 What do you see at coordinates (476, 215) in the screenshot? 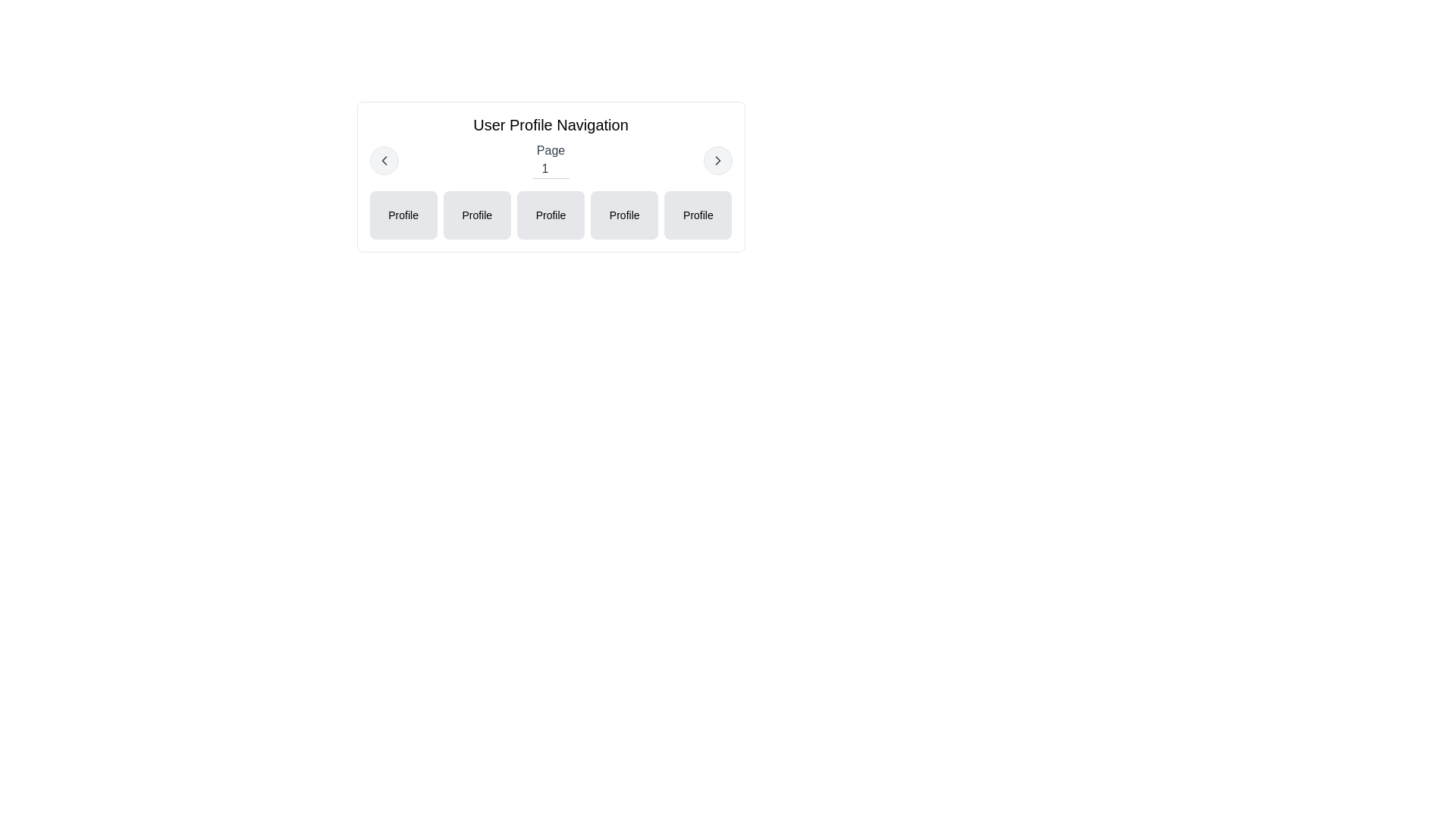
I see `the second button in the horizontal row of five buttons located beneath the 'User Profile Navigation' title` at bounding box center [476, 215].